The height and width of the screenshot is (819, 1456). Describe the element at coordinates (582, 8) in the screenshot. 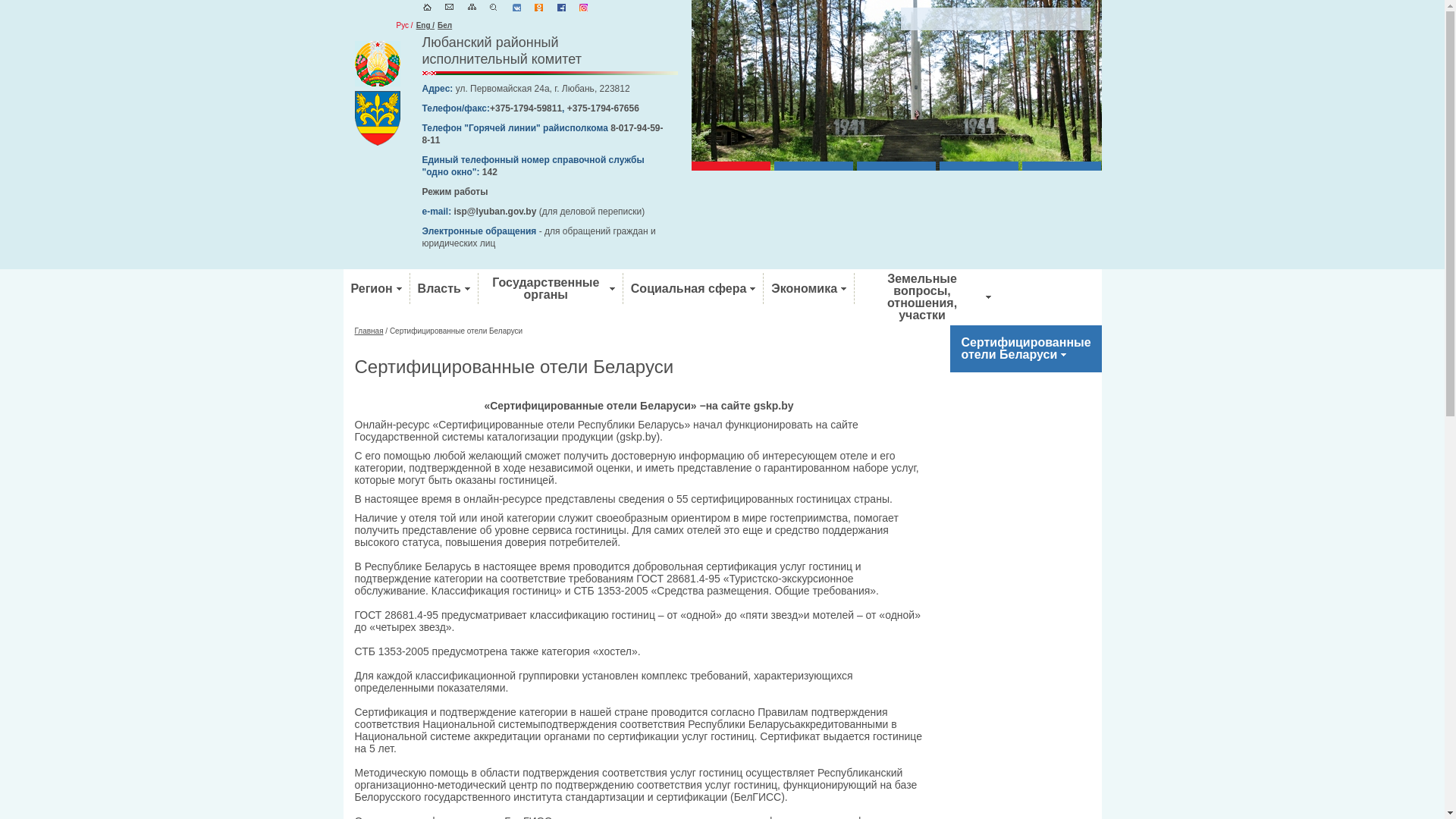

I see `'instagram'` at that location.